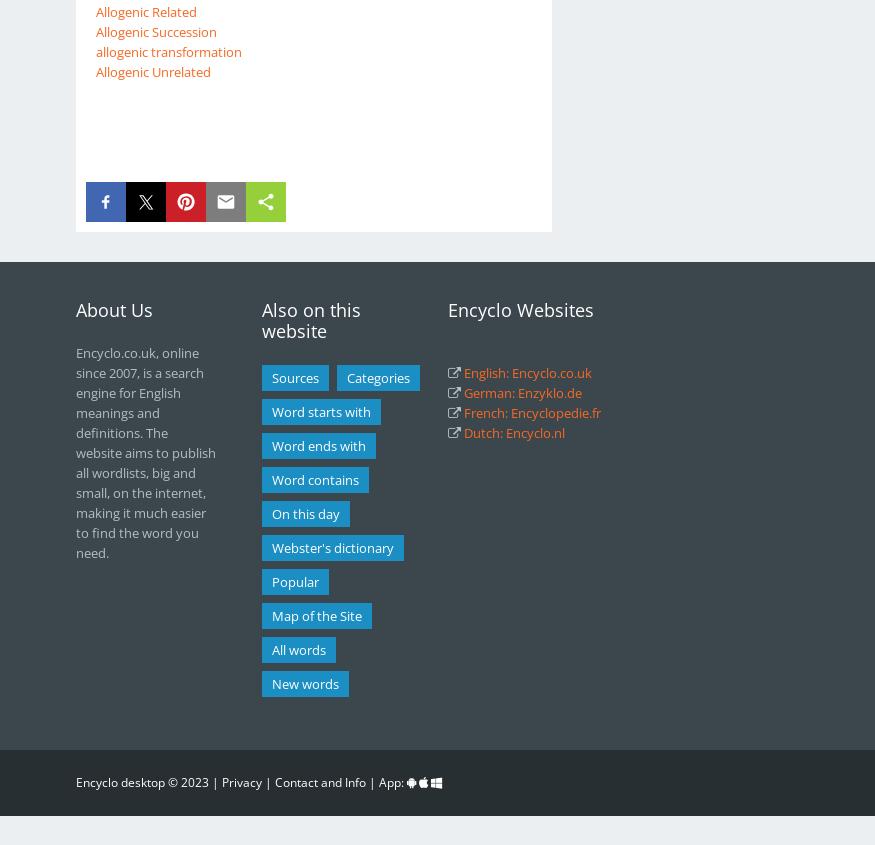  I want to click on 'About Us', so click(74, 309).